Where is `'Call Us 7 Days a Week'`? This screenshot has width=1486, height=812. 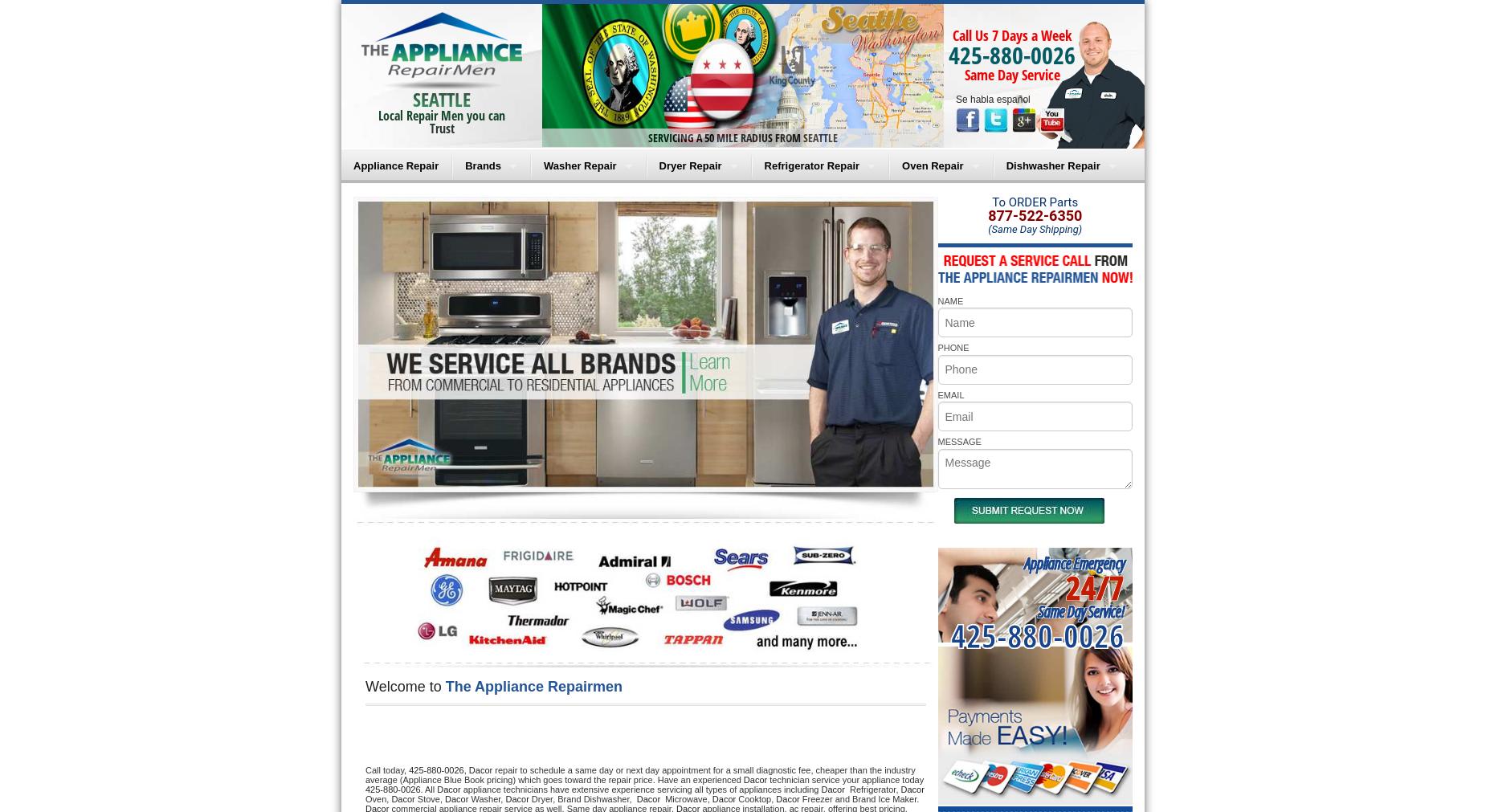
'Call Us 7 Days a Week' is located at coordinates (1011, 34).